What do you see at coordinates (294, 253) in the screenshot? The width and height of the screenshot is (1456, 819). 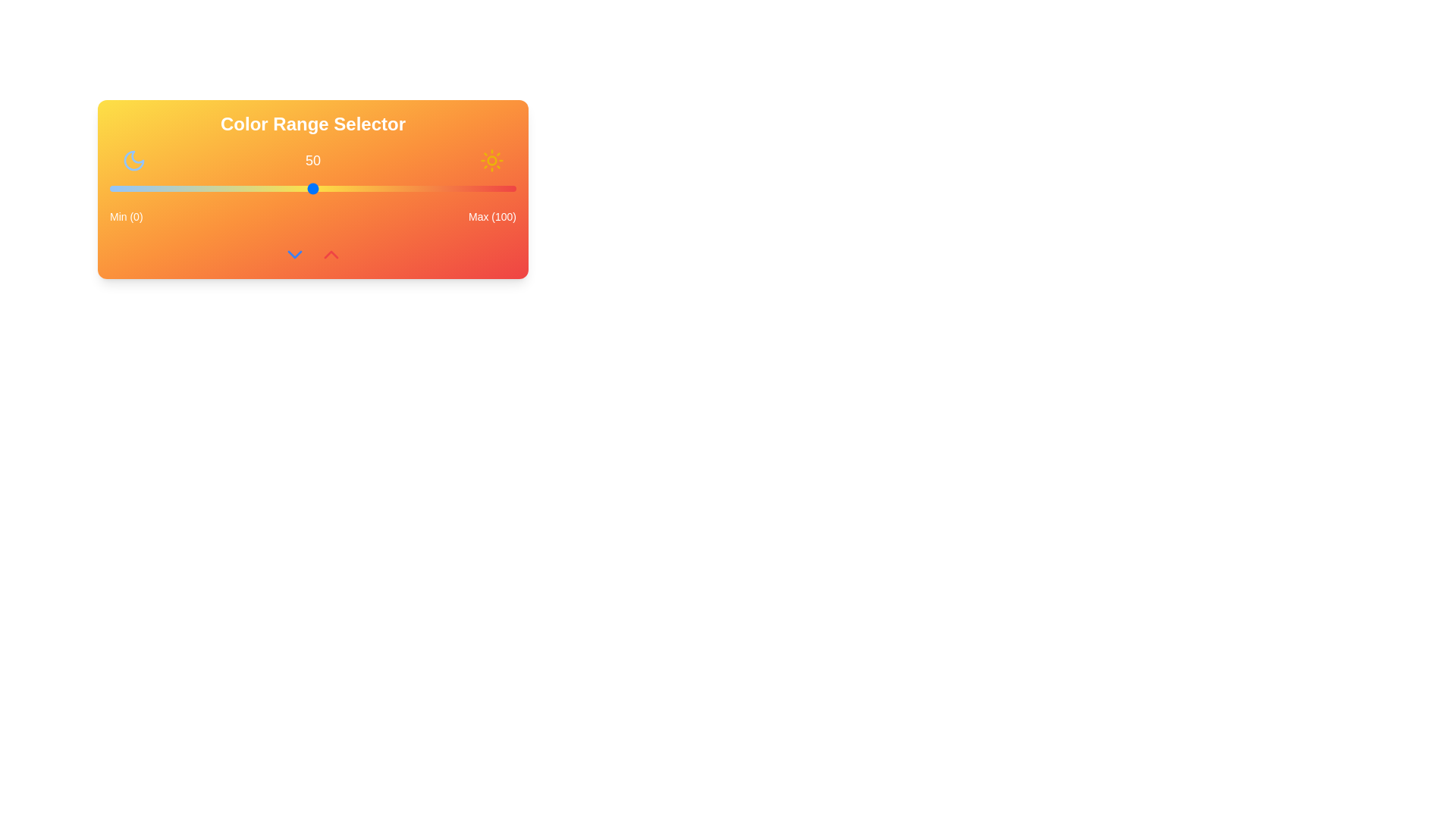 I see `the ChevronDown icon to perform the corresponding action` at bounding box center [294, 253].